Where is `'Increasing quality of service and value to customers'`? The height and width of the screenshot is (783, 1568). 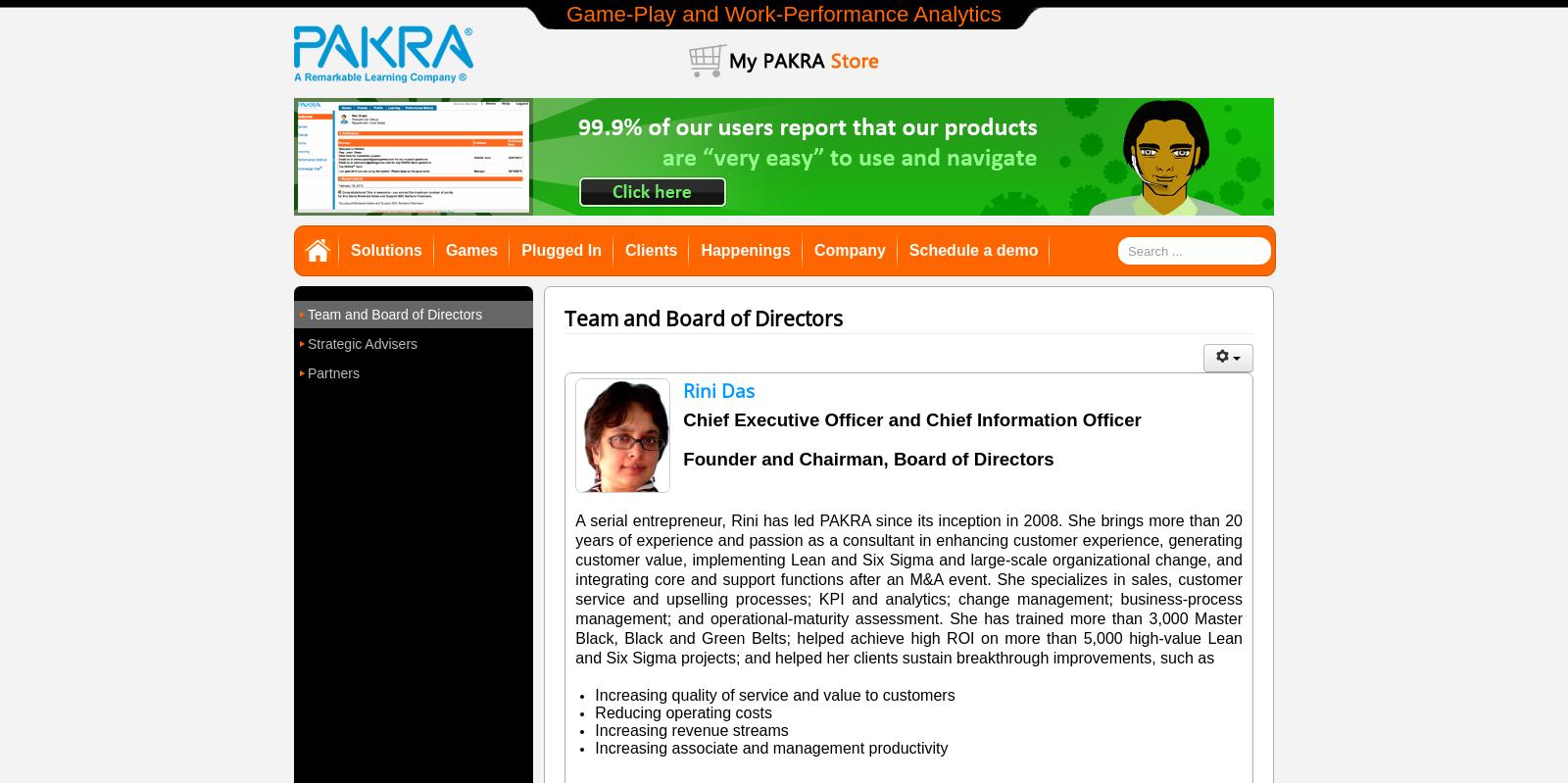
'Increasing quality of service and value to customers' is located at coordinates (774, 694).